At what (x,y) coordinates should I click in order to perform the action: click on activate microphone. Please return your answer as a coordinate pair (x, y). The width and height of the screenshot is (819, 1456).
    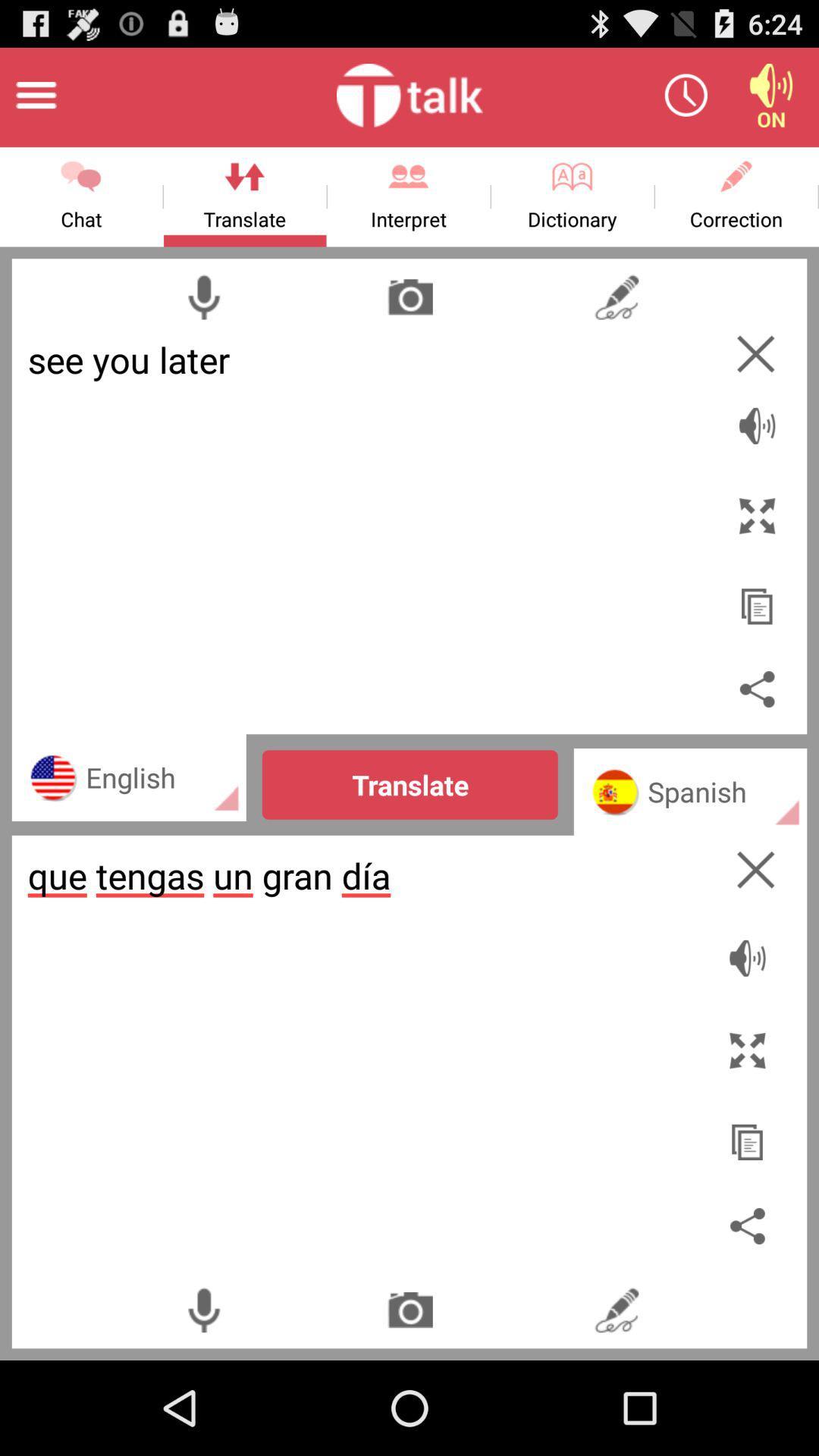
    Looking at the image, I should click on (202, 297).